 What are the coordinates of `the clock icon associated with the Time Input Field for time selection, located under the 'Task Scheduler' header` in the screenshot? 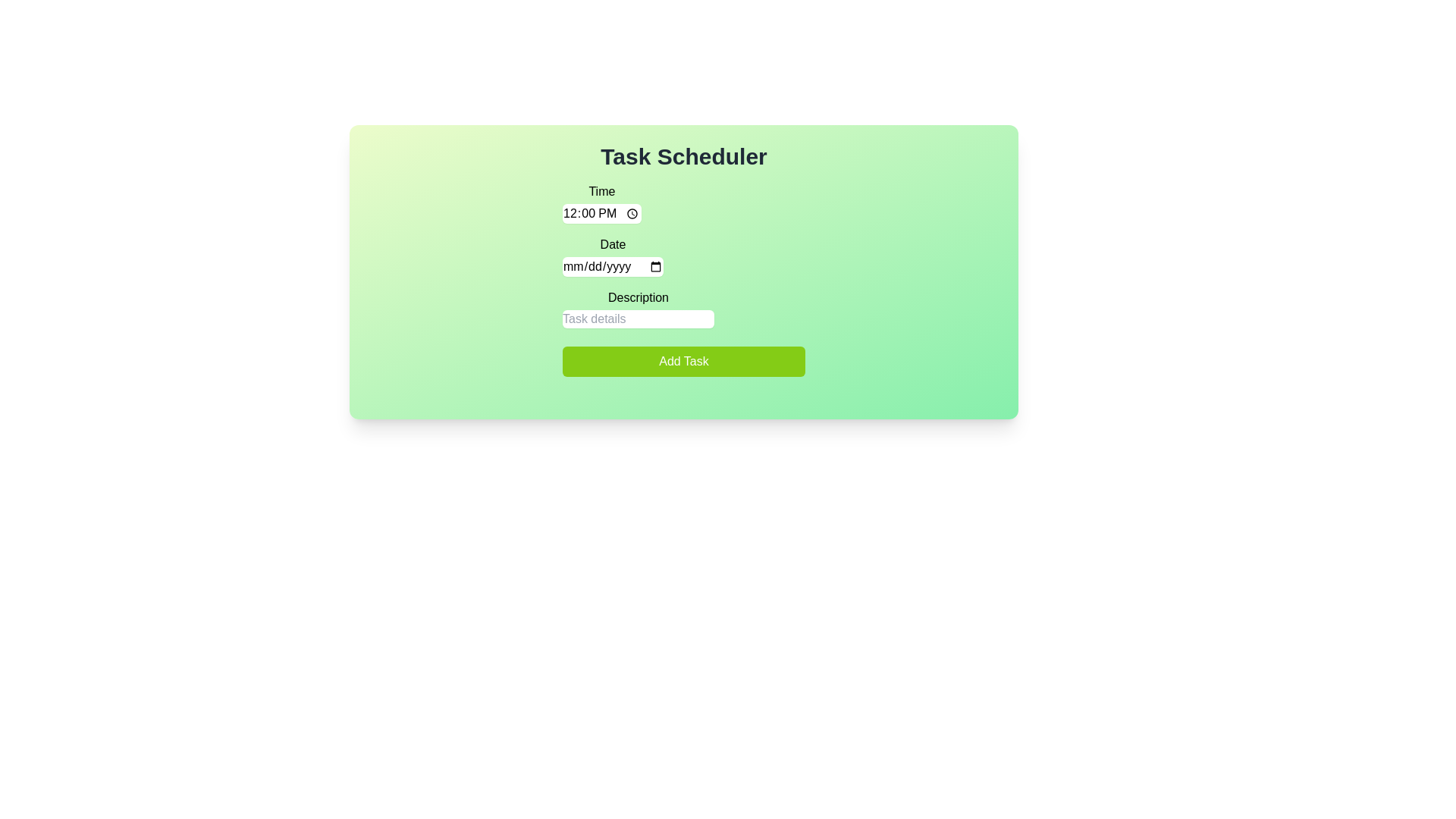 It's located at (601, 202).